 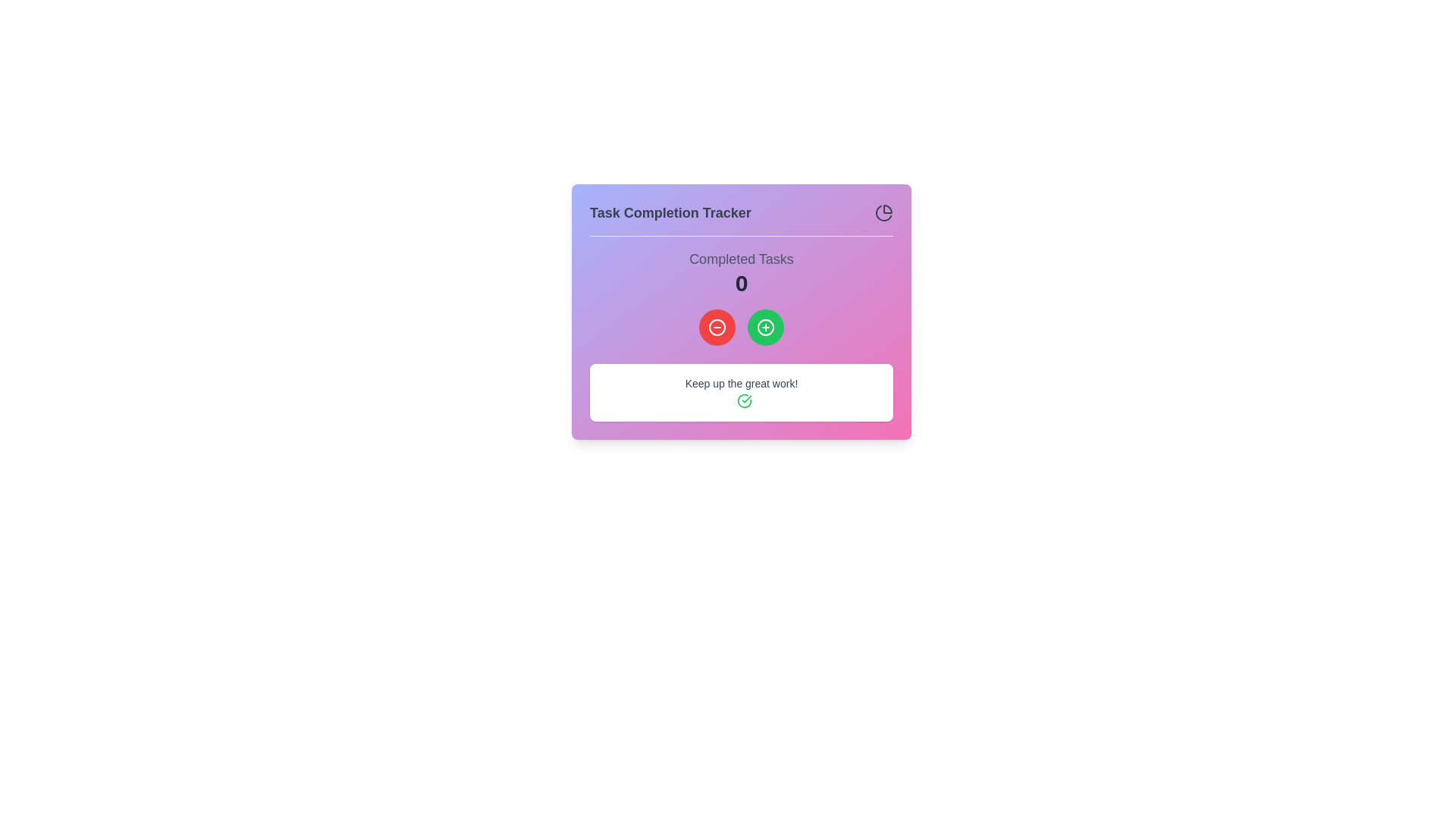 What do you see at coordinates (716, 327) in the screenshot?
I see `the red button located below the 'Completed Tasks' label, to the left of a green circular icon with a '+' symbol` at bounding box center [716, 327].